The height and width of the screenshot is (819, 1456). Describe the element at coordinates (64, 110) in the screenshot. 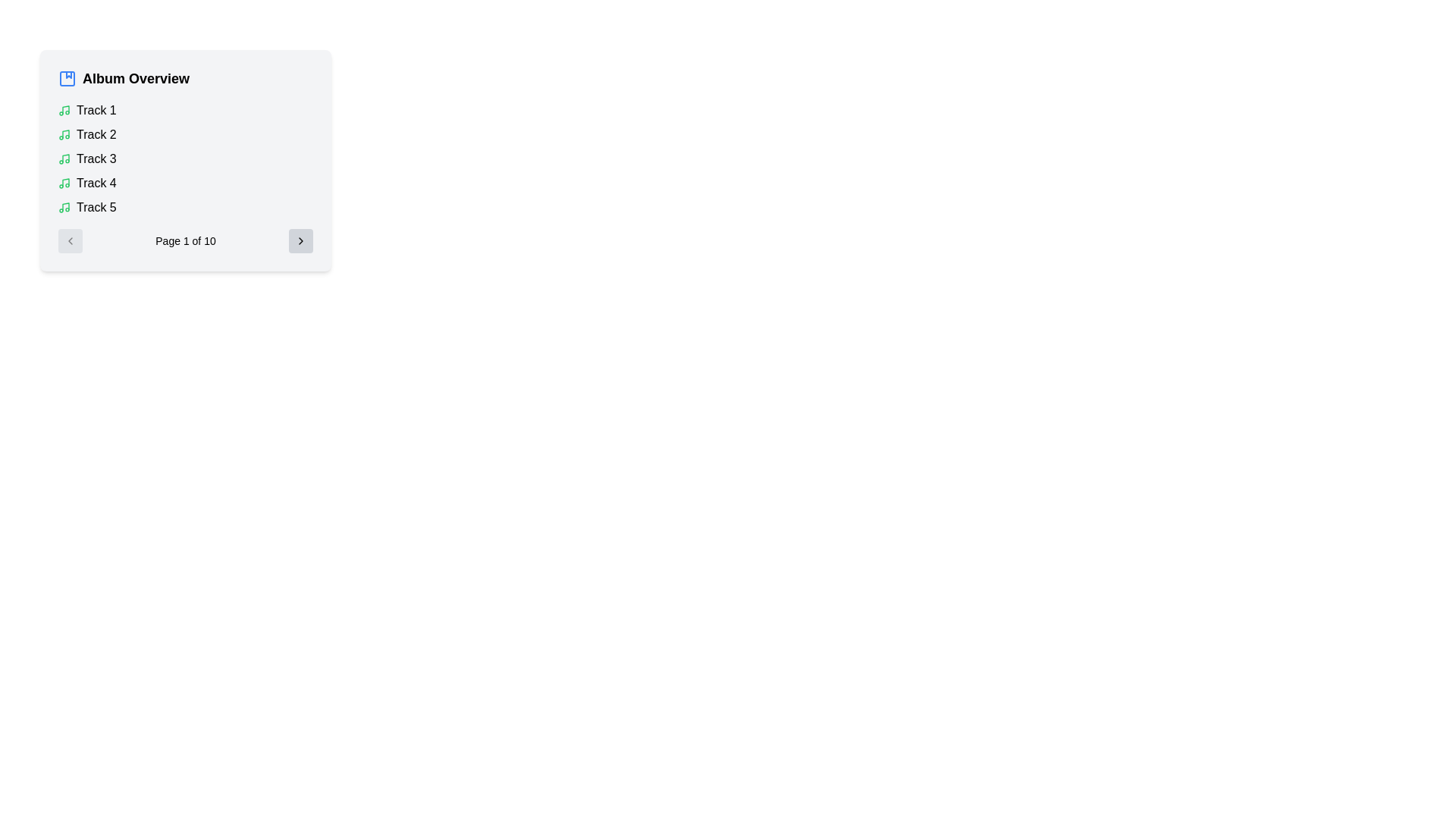

I see `the SVG Icon representing the music track located immediately to the left of 'Track 1' in the 'Album Overview' section` at that location.